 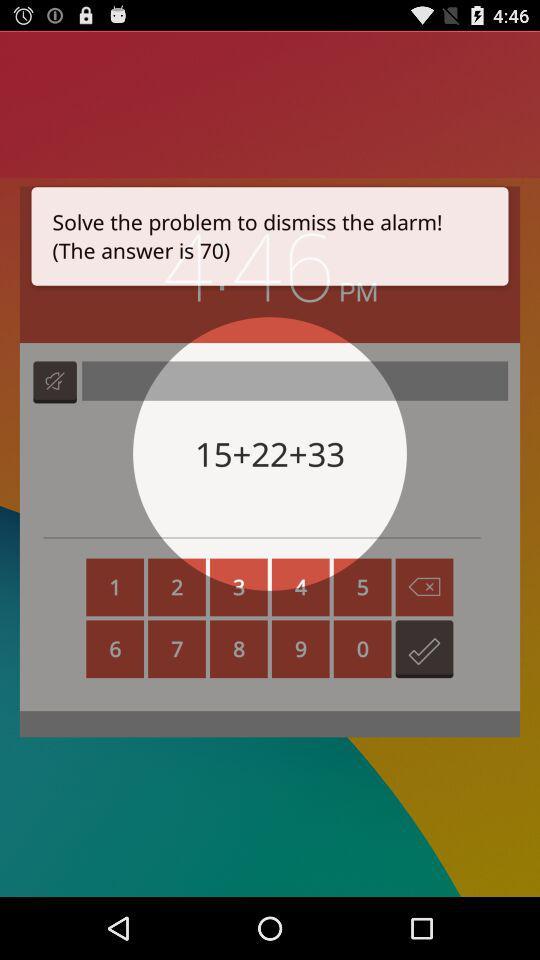 What do you see at coordinates (55, 407) in the screenshot?
I see `the volume icon` at bounding box center [55, 407].